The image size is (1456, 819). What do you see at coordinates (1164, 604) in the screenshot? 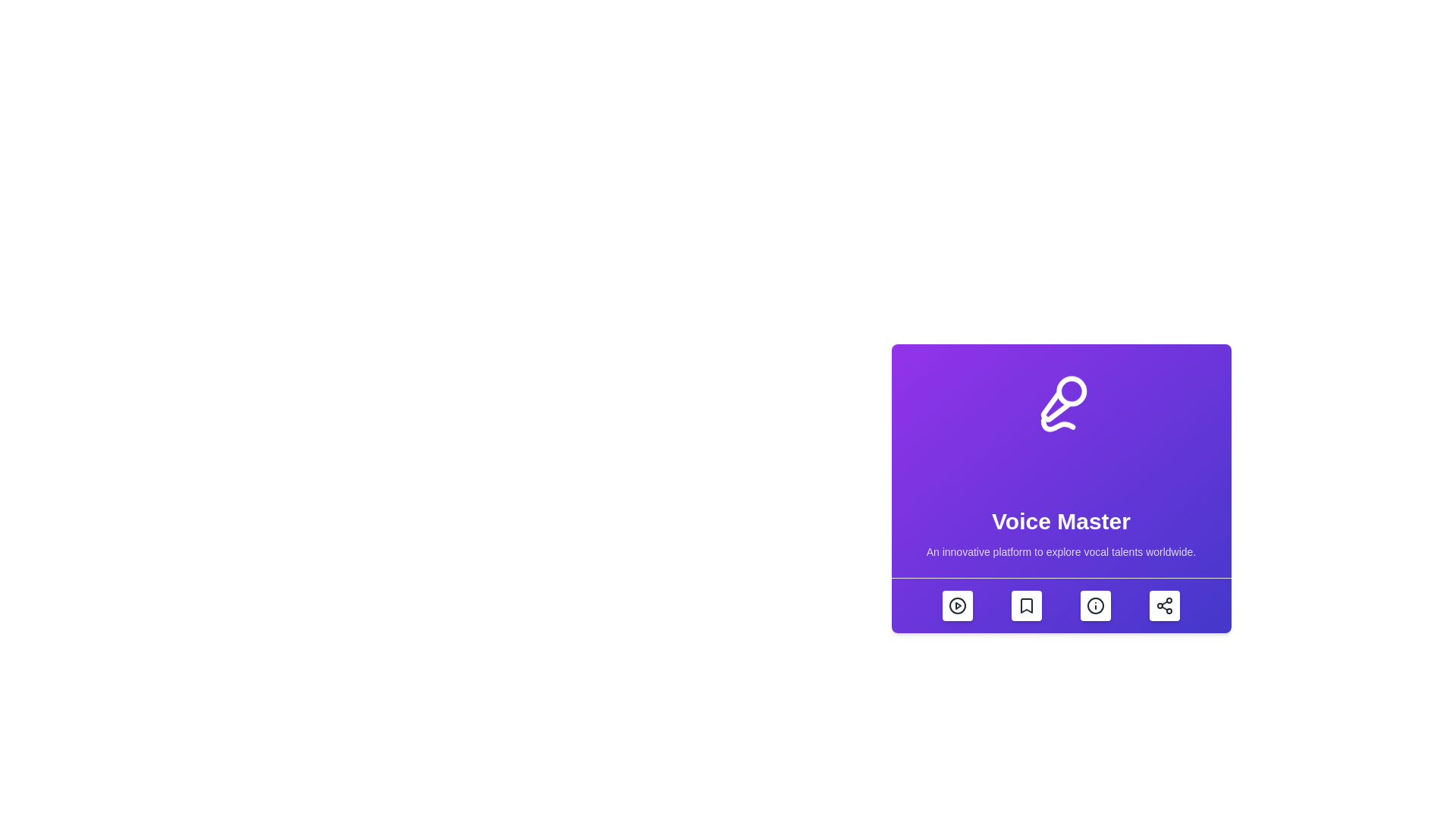
I see `the sharing button for the 'Voice Master' feature located at the bottom edge of the purple card` at bounding box center [1164, 604].